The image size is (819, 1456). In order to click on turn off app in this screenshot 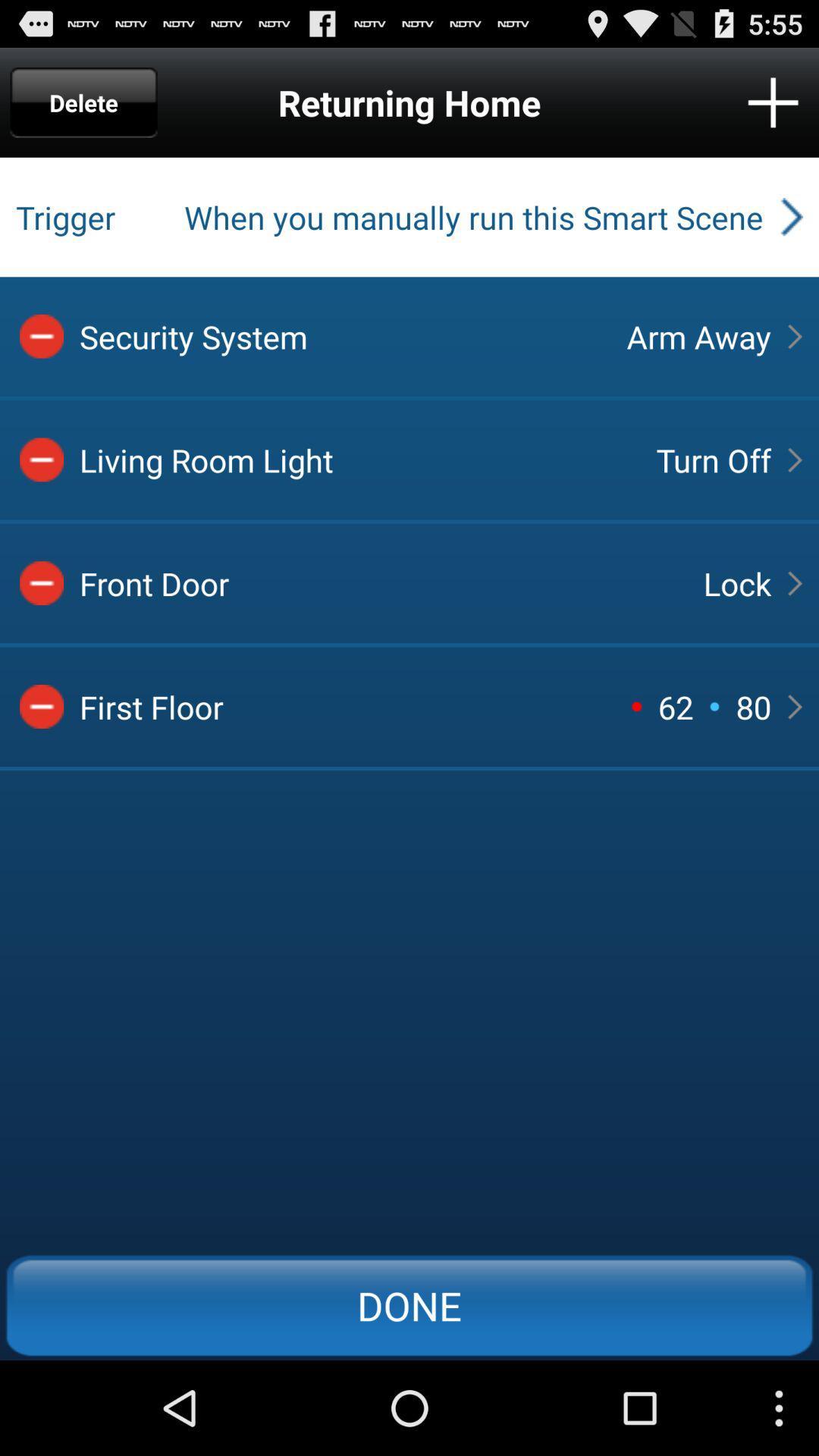, I will do `click(714, 459)`.